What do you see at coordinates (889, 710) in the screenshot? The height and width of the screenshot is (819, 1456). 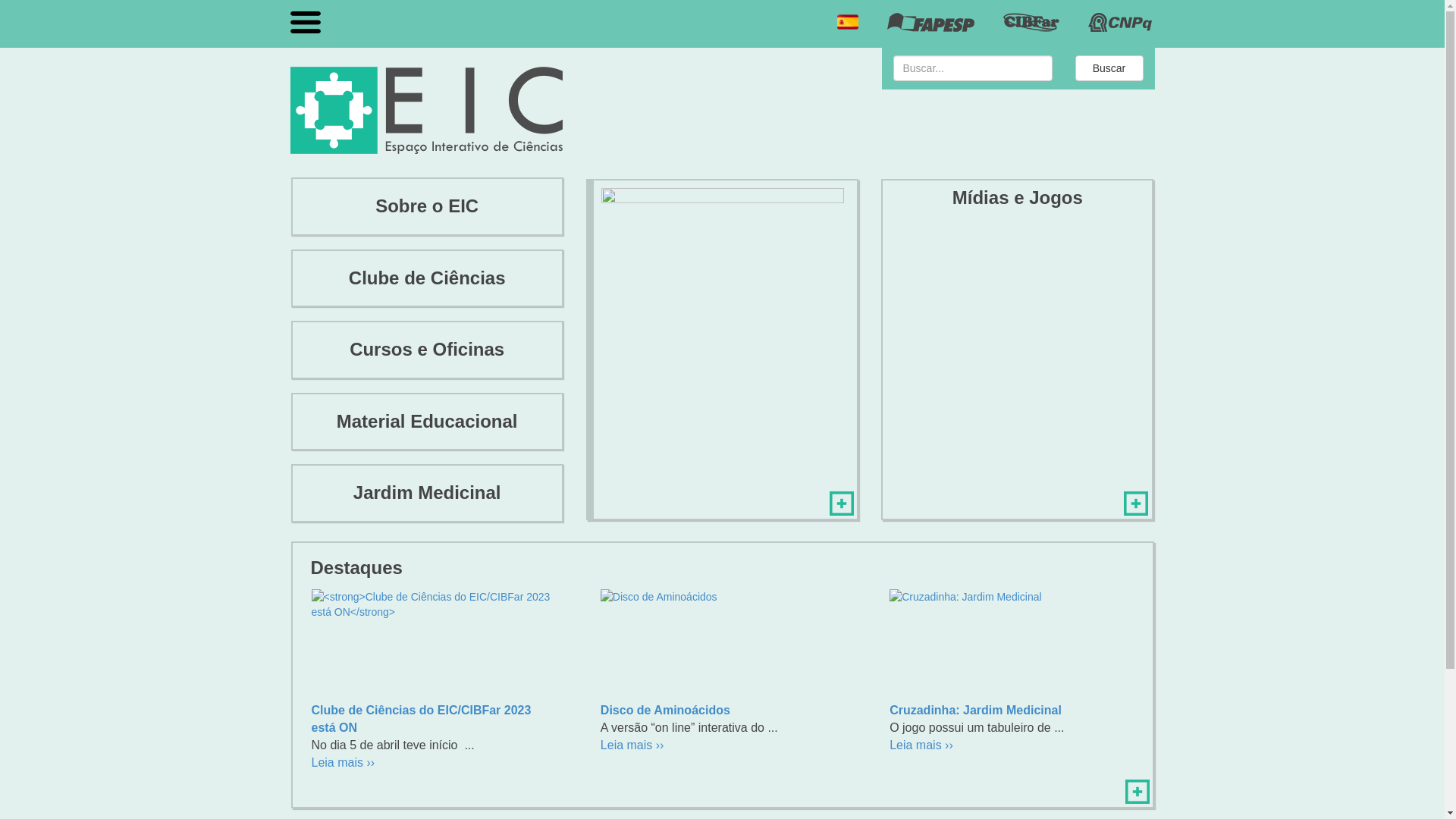 I see `'Cruzadinha: Jardim Medicinal'` at bounding box center [889, 710].